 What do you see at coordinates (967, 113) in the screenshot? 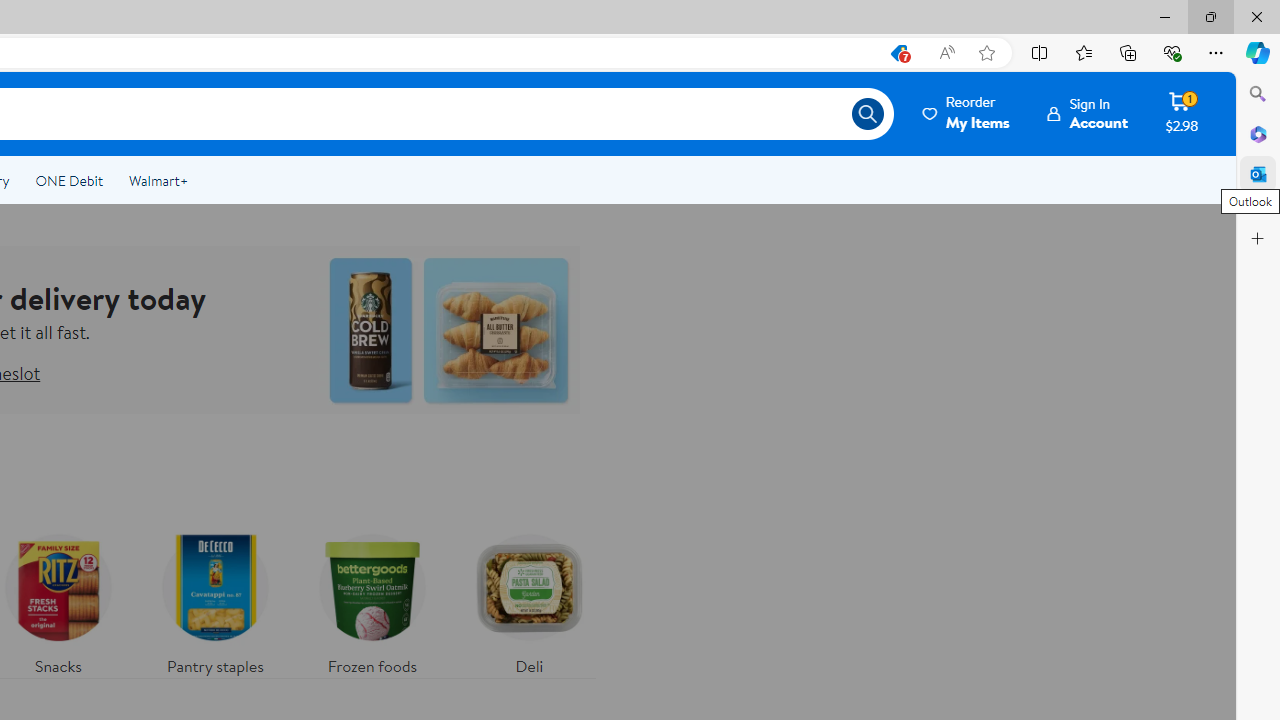
I see `'ReorderMy Items'` at bounding box center [967, 113].